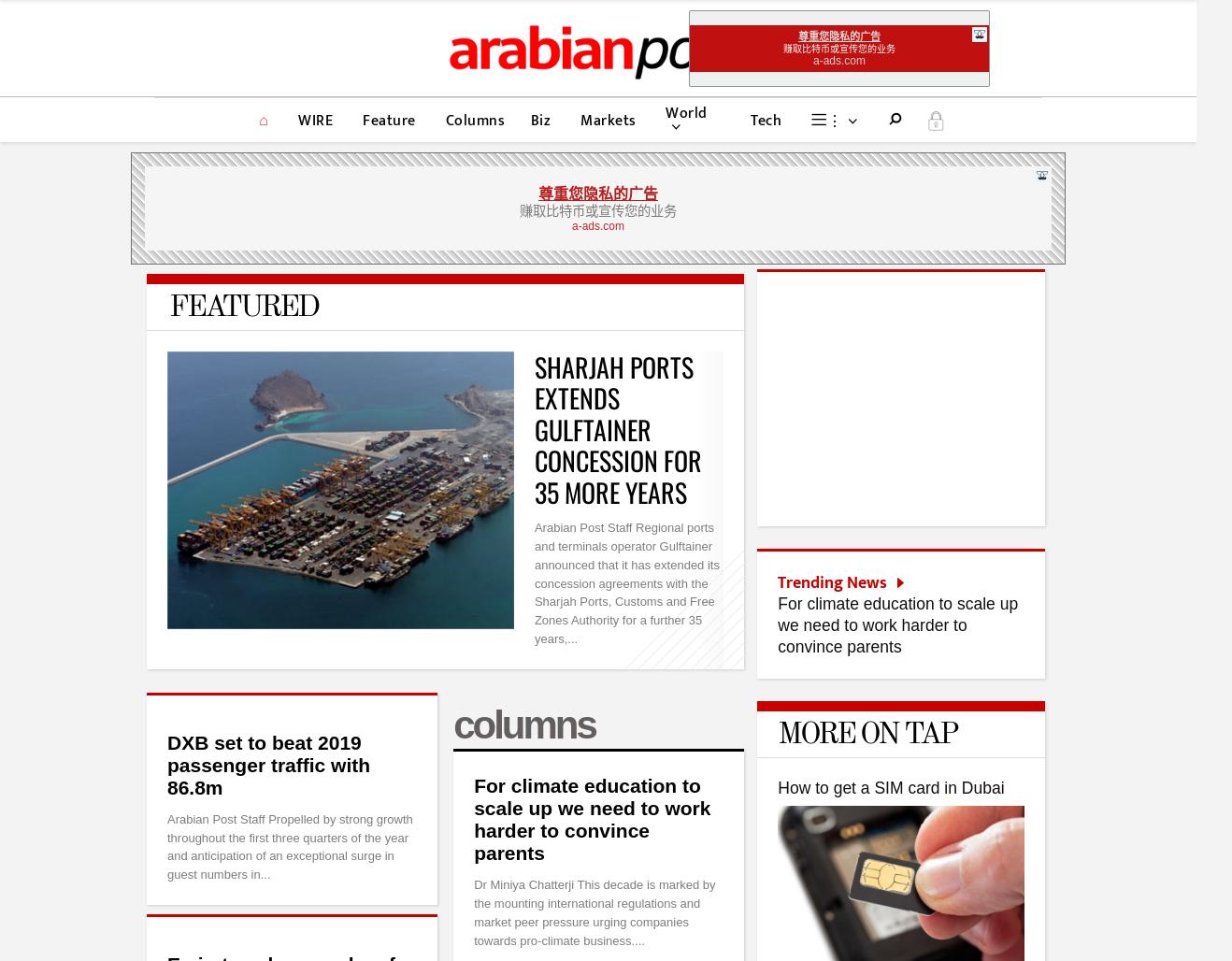 Image resolution: width=1232 pixels, height=961 pixels. What do you see at coordinates (597, 906) in the screenshot?
I see `'Your Ad here'` at bounding box center [597, 906].